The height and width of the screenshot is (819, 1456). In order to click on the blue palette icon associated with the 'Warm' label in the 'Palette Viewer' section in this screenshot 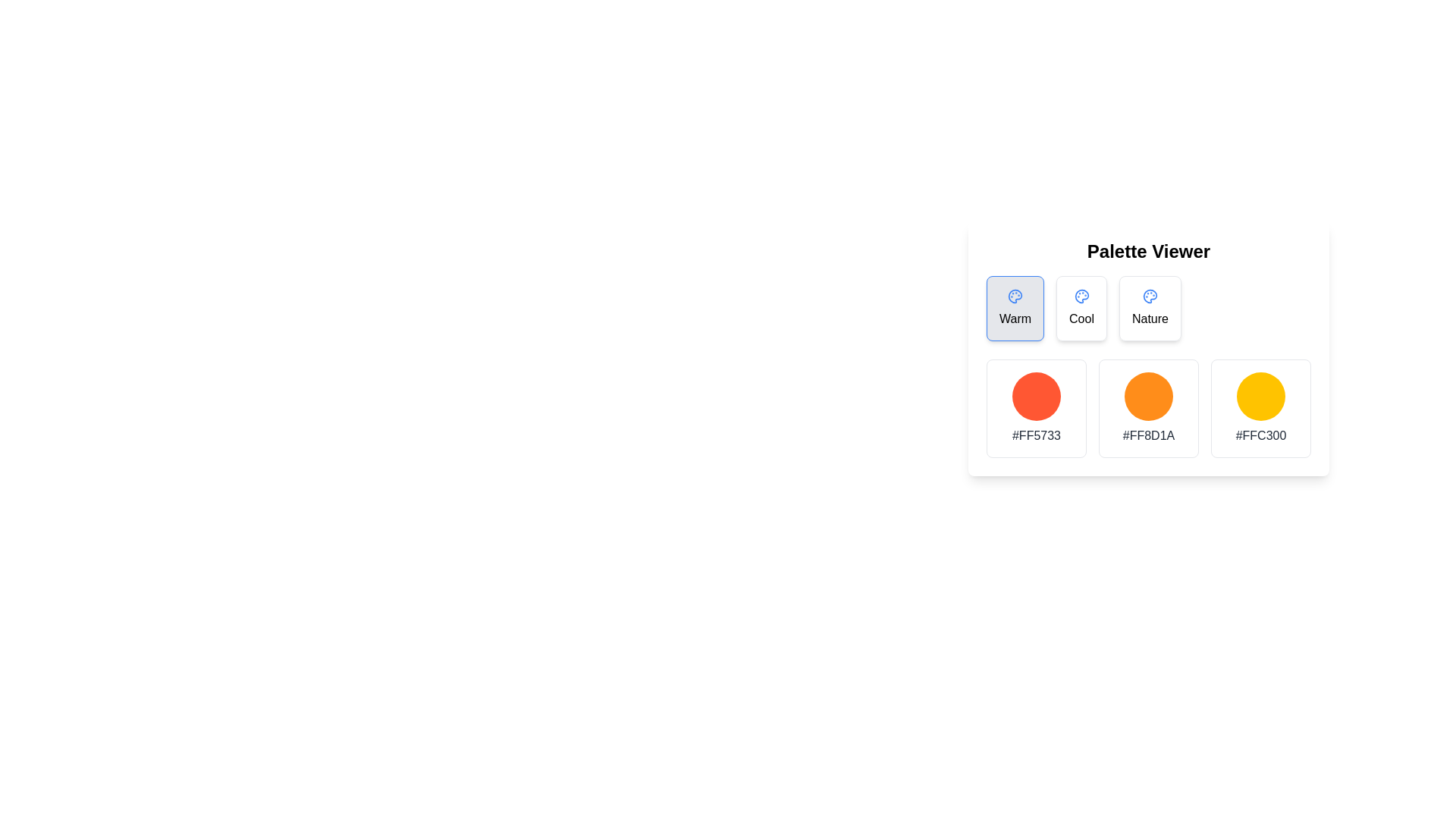, I will do `click(1015, 296)`.